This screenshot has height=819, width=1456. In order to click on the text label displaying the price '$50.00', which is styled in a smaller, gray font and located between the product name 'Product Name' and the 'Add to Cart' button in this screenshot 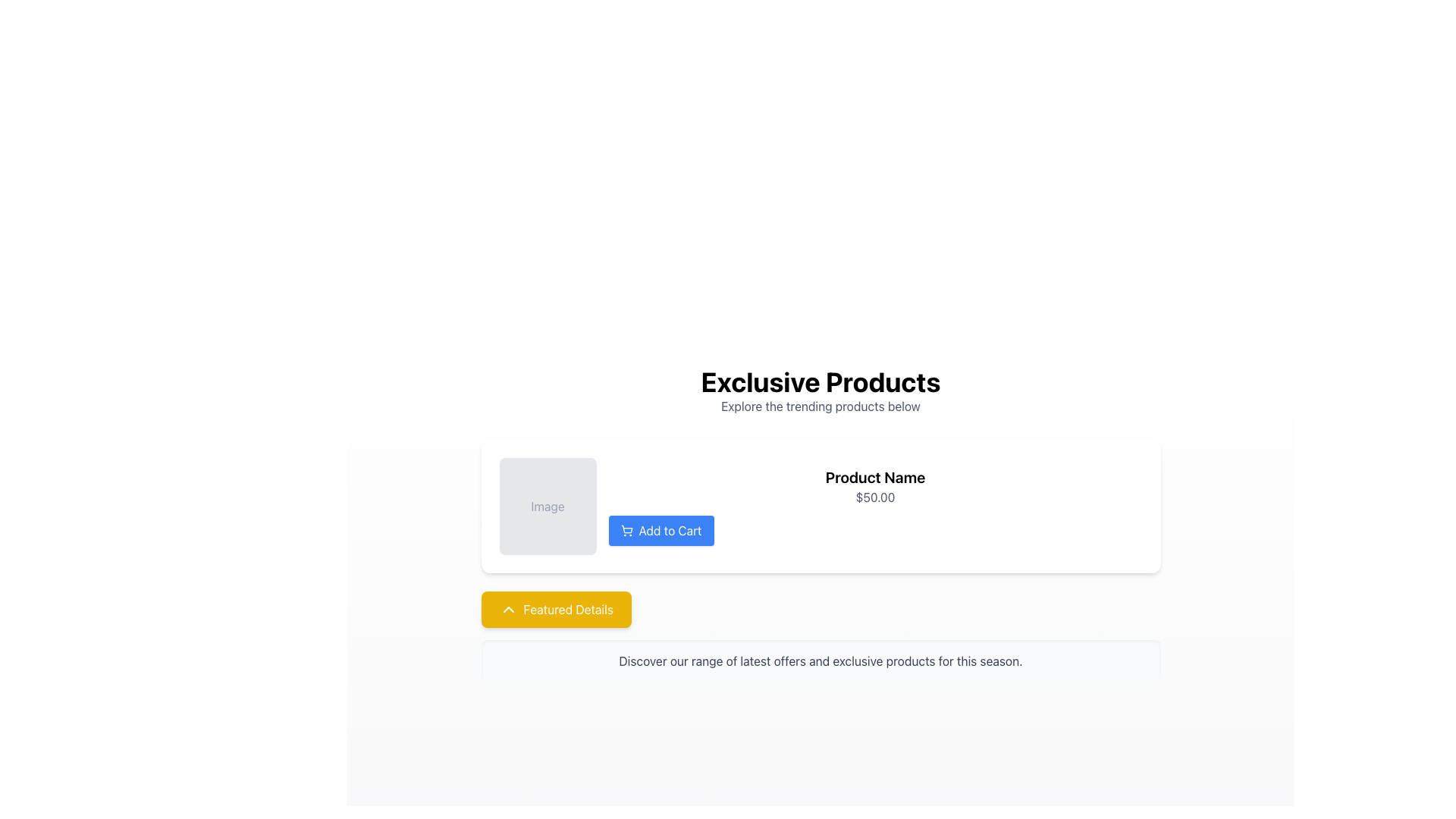, I will do `click(875, 497)`.